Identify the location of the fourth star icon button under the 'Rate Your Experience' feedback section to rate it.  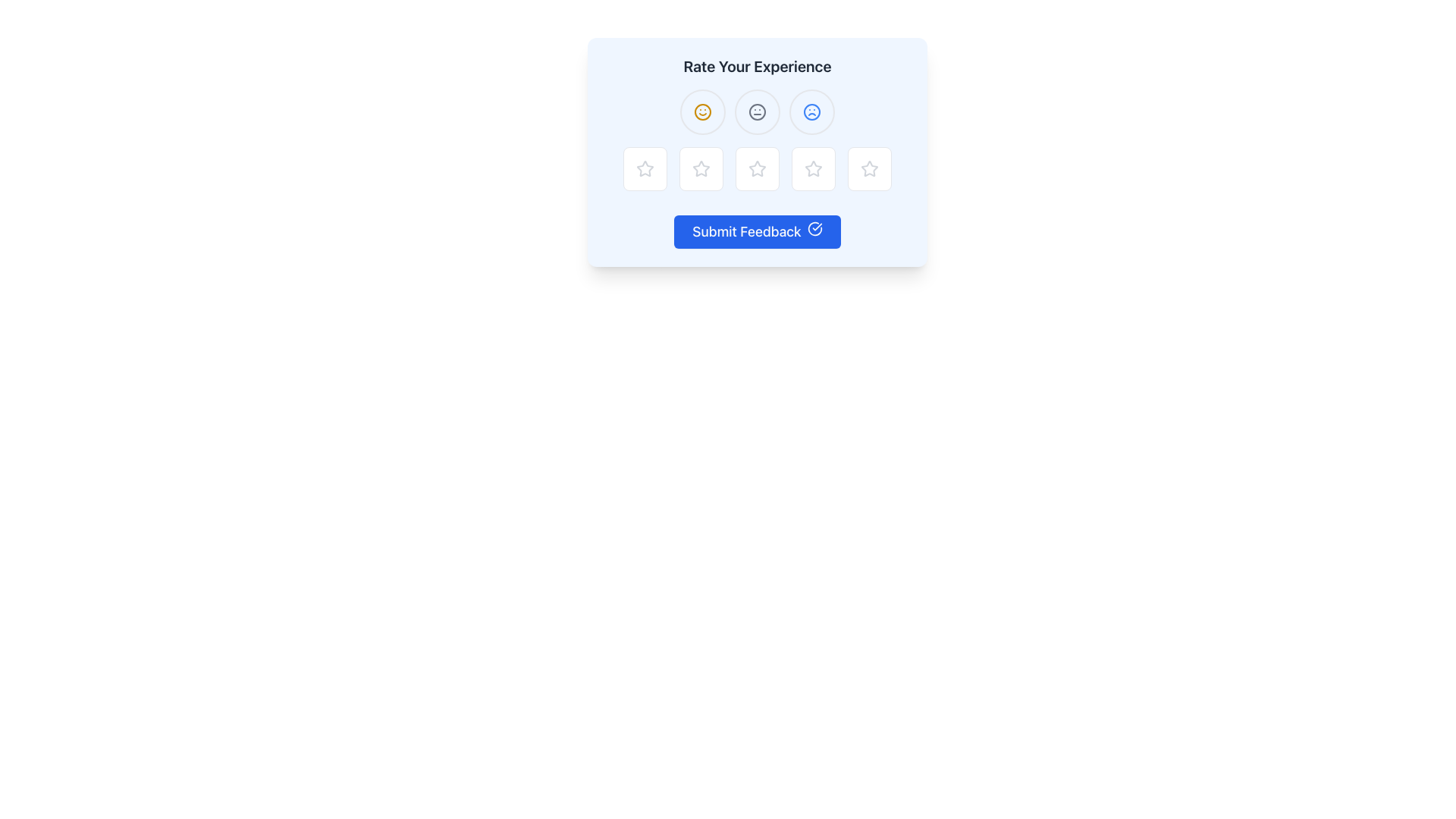
(813, 169).